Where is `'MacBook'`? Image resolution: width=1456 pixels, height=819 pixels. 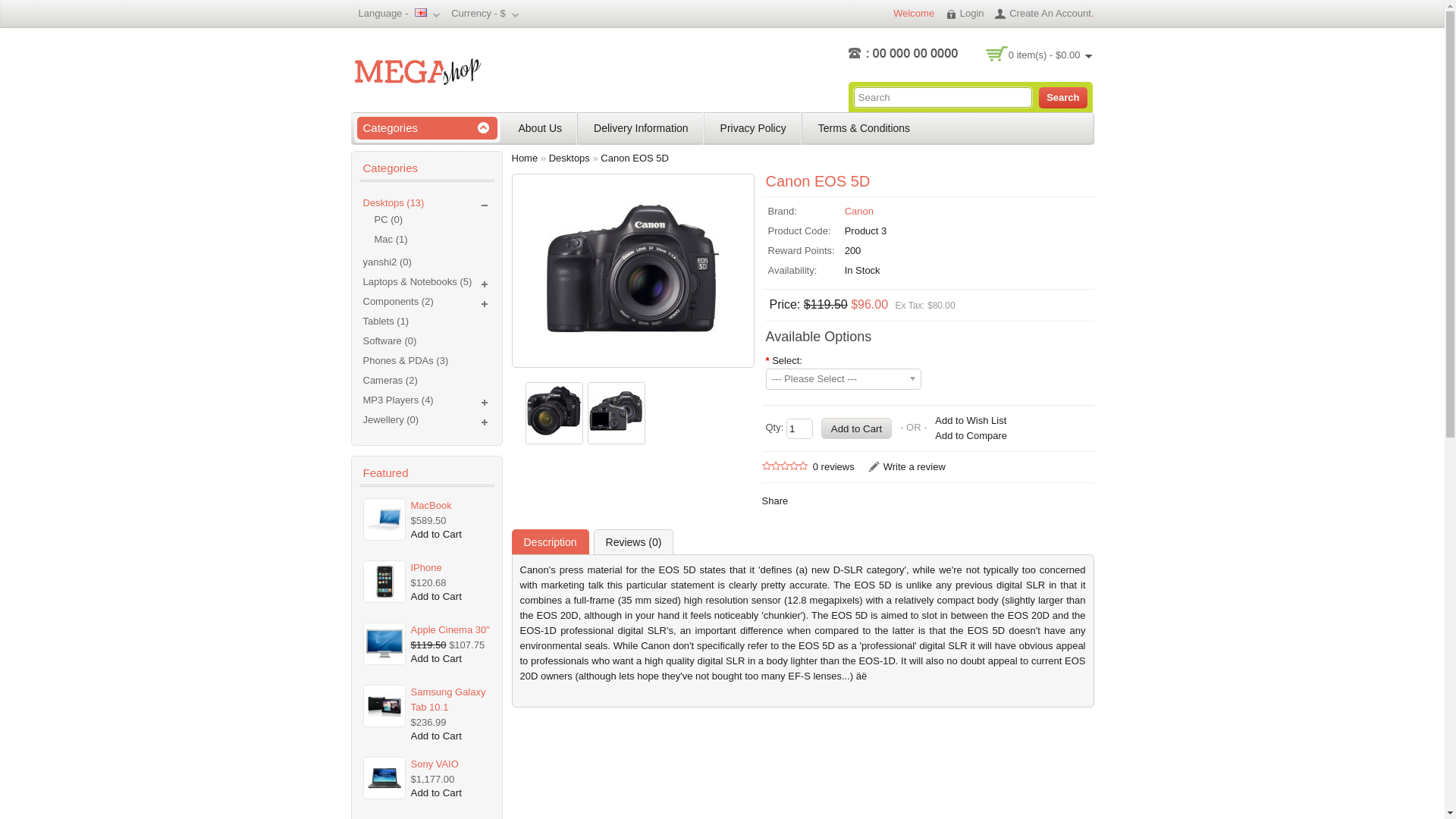 'MacBook' is located at coordinates (449, 506).